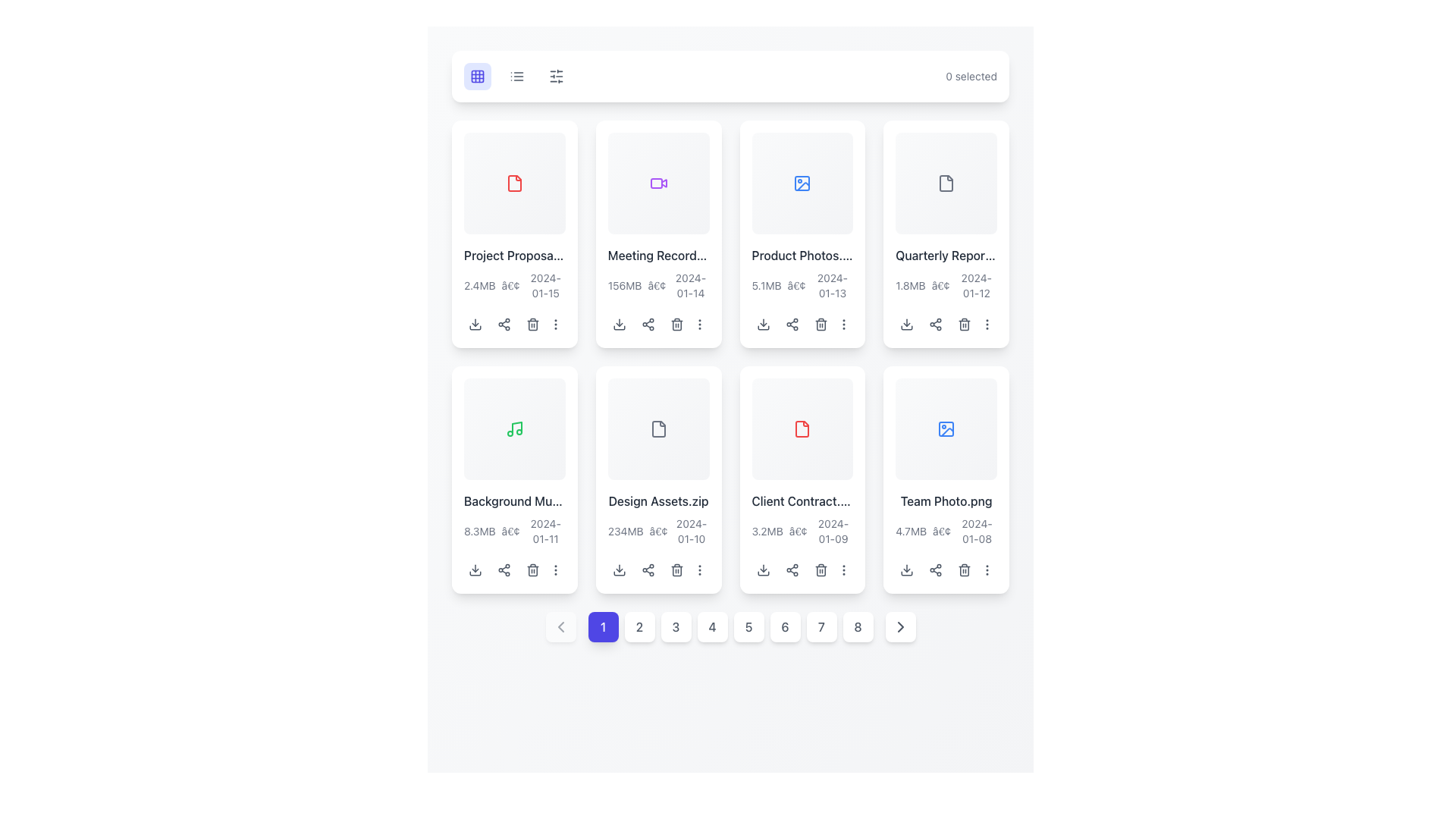 The height and width of the screenshot is (819, 1456). Describe the element at coordinates (791, 570) in the screenshot. I see `the share button, which is the second button in a horizontal group beneath the 'Client Contract.pdf' document card, featuring a gray share icon with connected circular nodes` at that location.